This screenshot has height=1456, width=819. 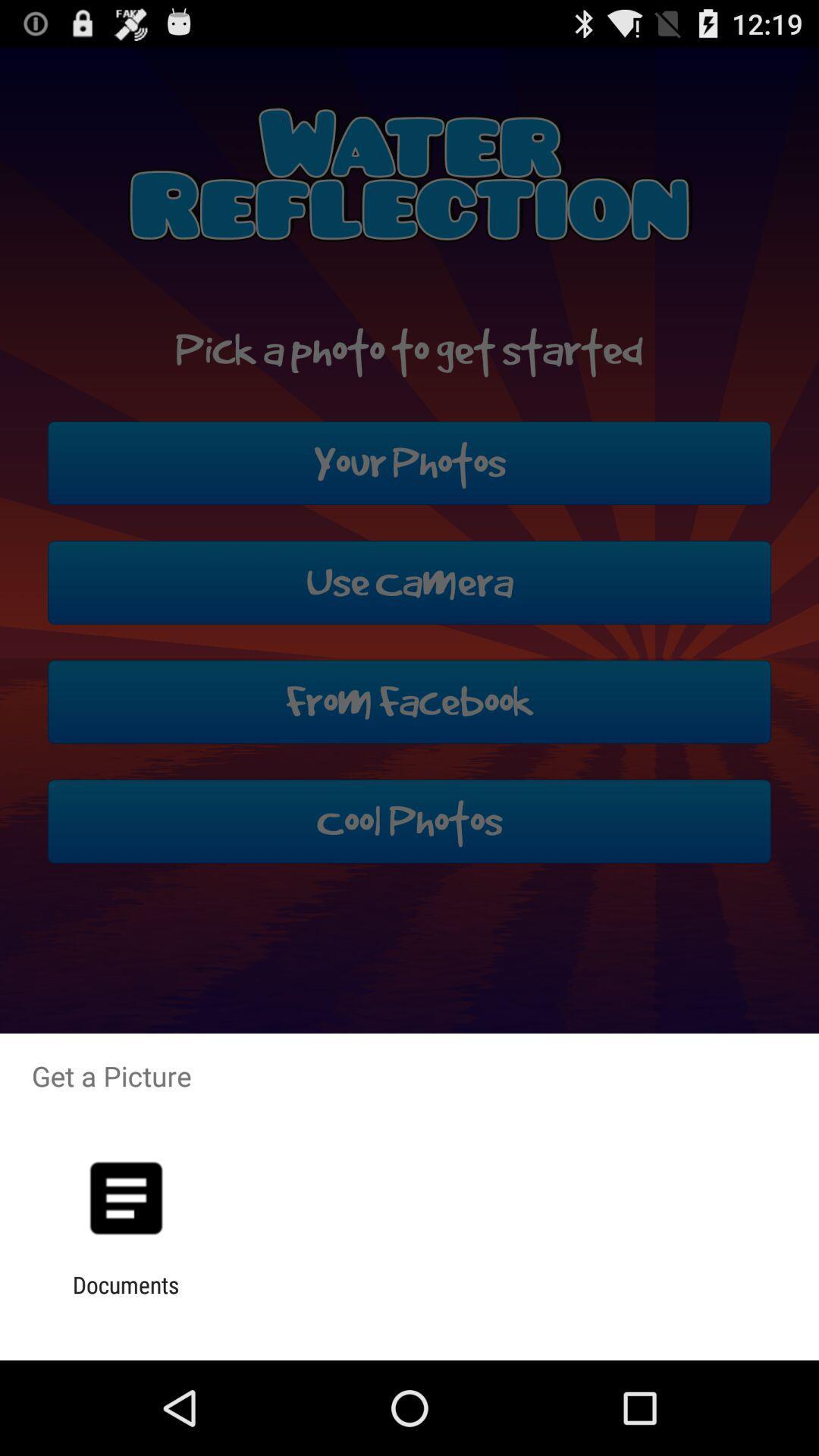 I want to click on documents app, so click(x=125, y=1298).